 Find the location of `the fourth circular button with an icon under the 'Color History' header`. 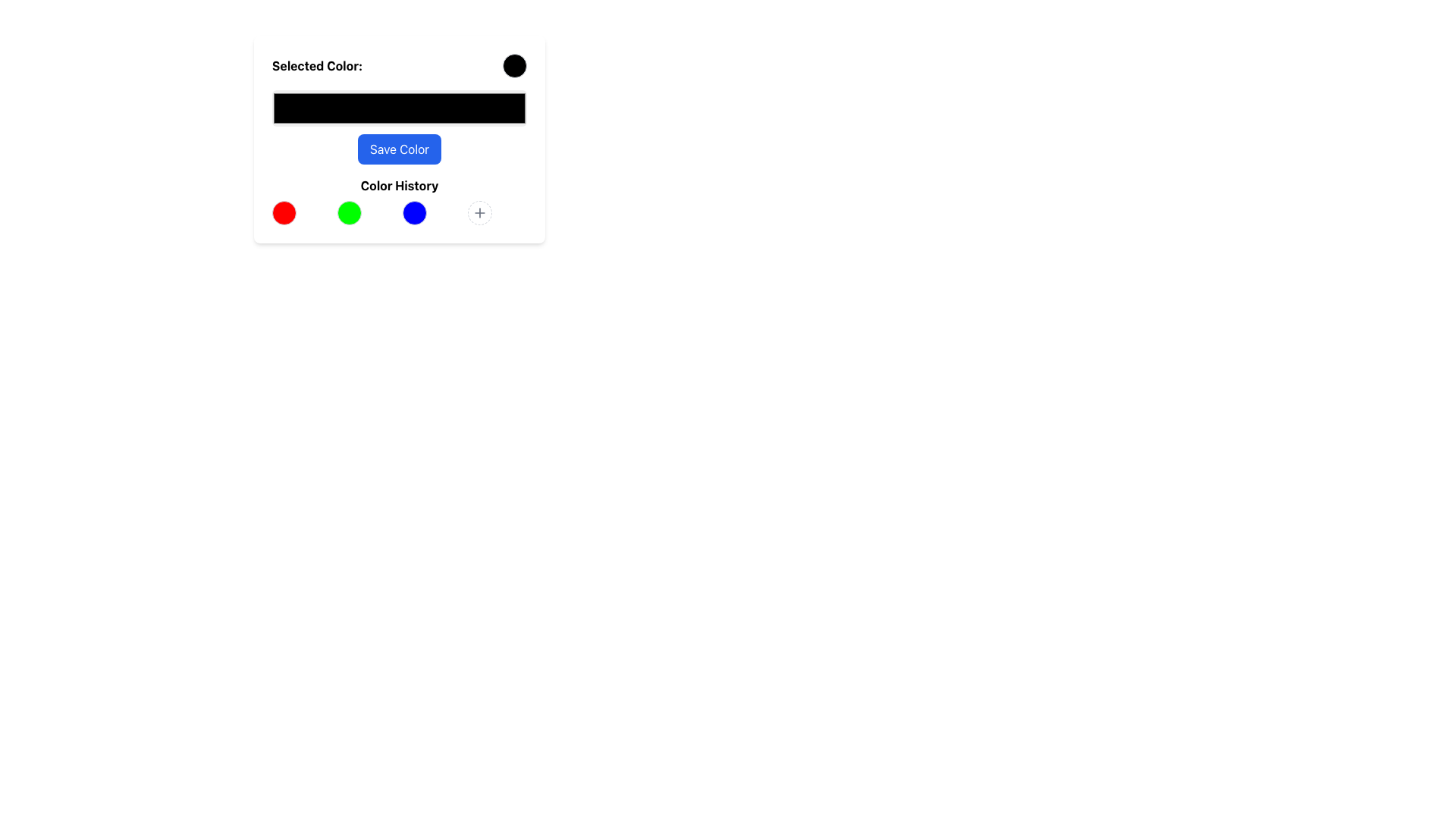

the fourth circular button with an icon under the 'Color History' header is located at coordinates (479, 213).